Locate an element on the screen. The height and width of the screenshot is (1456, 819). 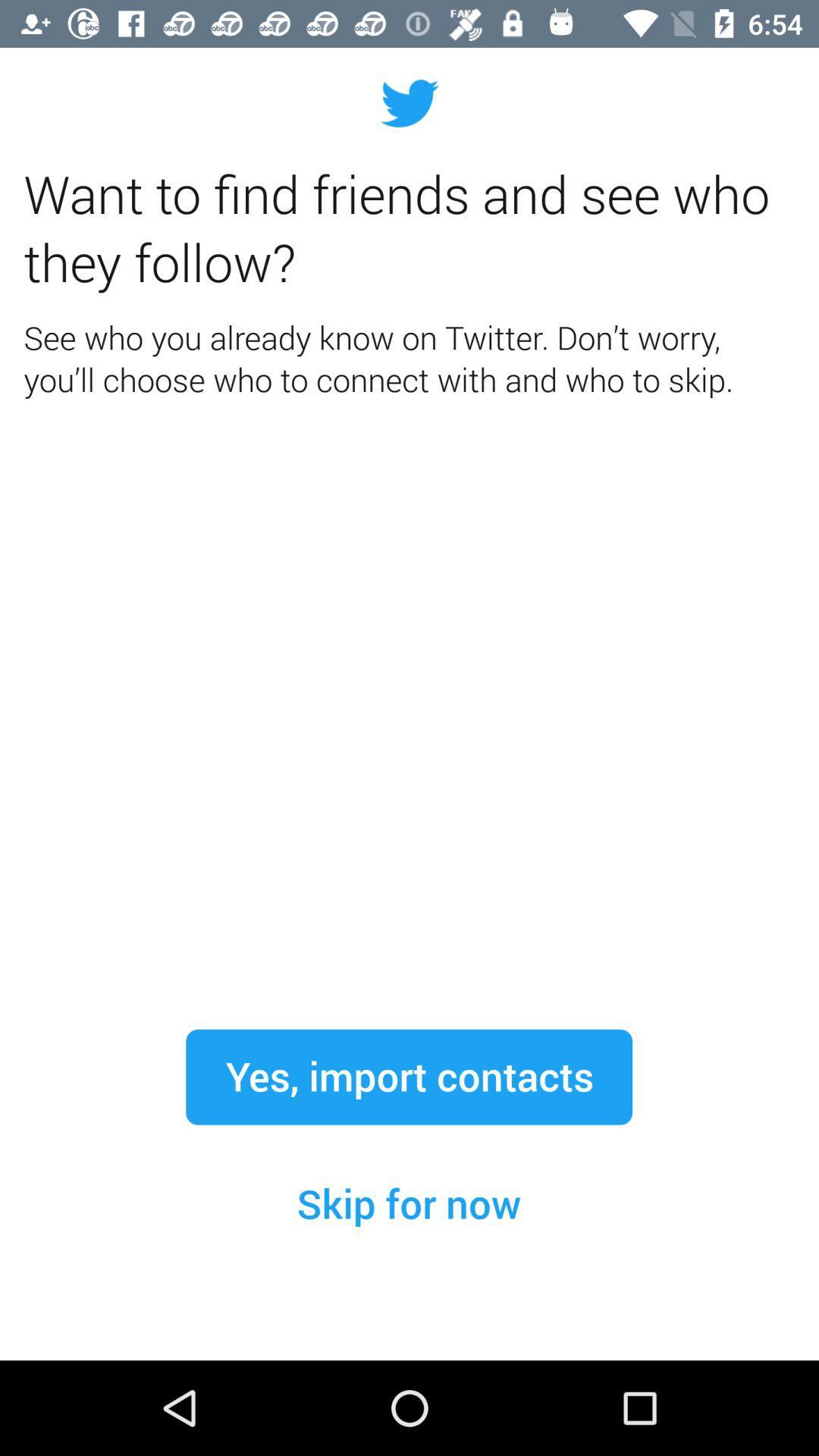
the yes, import contacts item is located at coordinates (408, 1076).